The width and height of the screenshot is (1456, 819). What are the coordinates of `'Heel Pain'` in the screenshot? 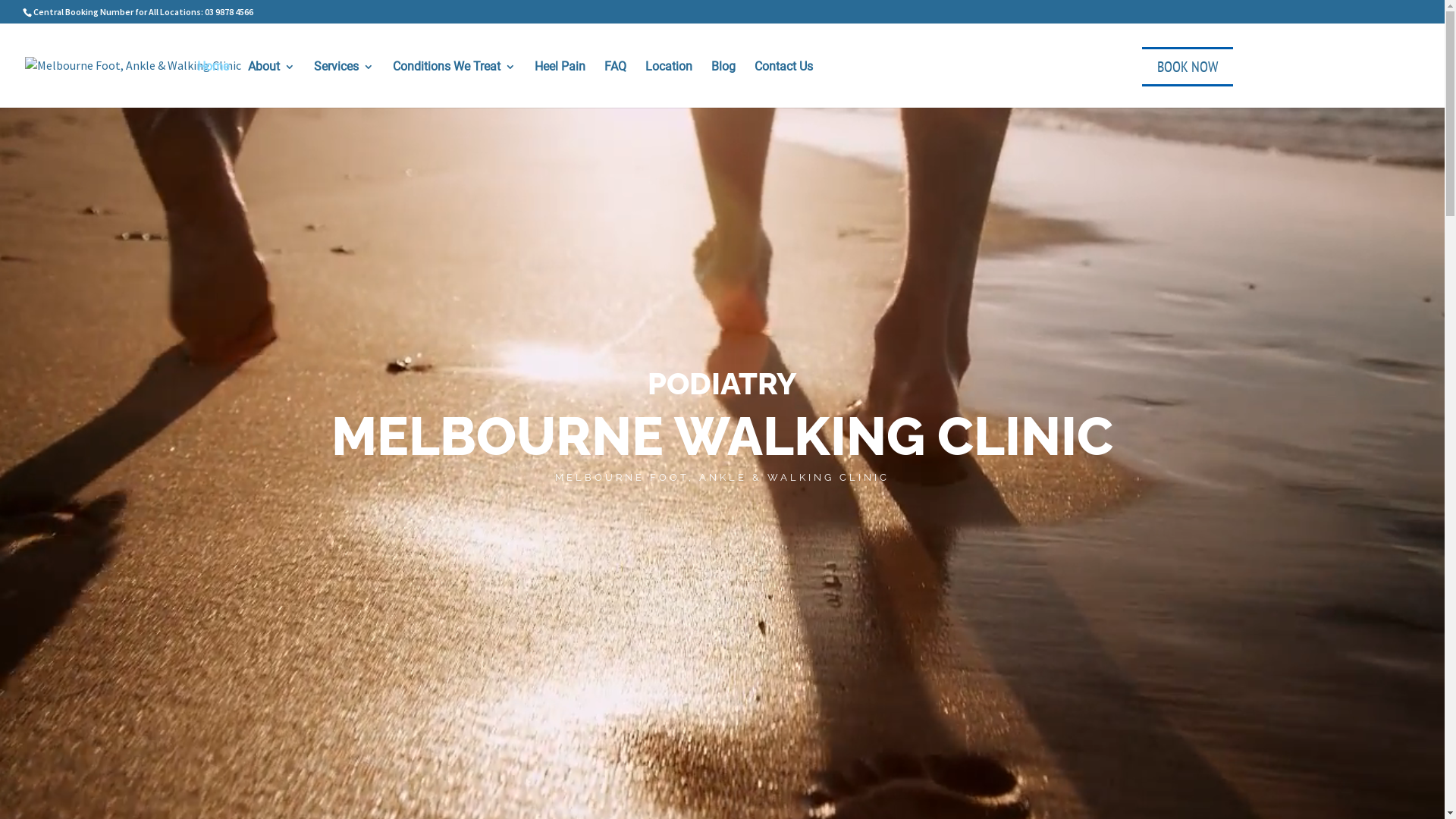 It's located at (559, 82).